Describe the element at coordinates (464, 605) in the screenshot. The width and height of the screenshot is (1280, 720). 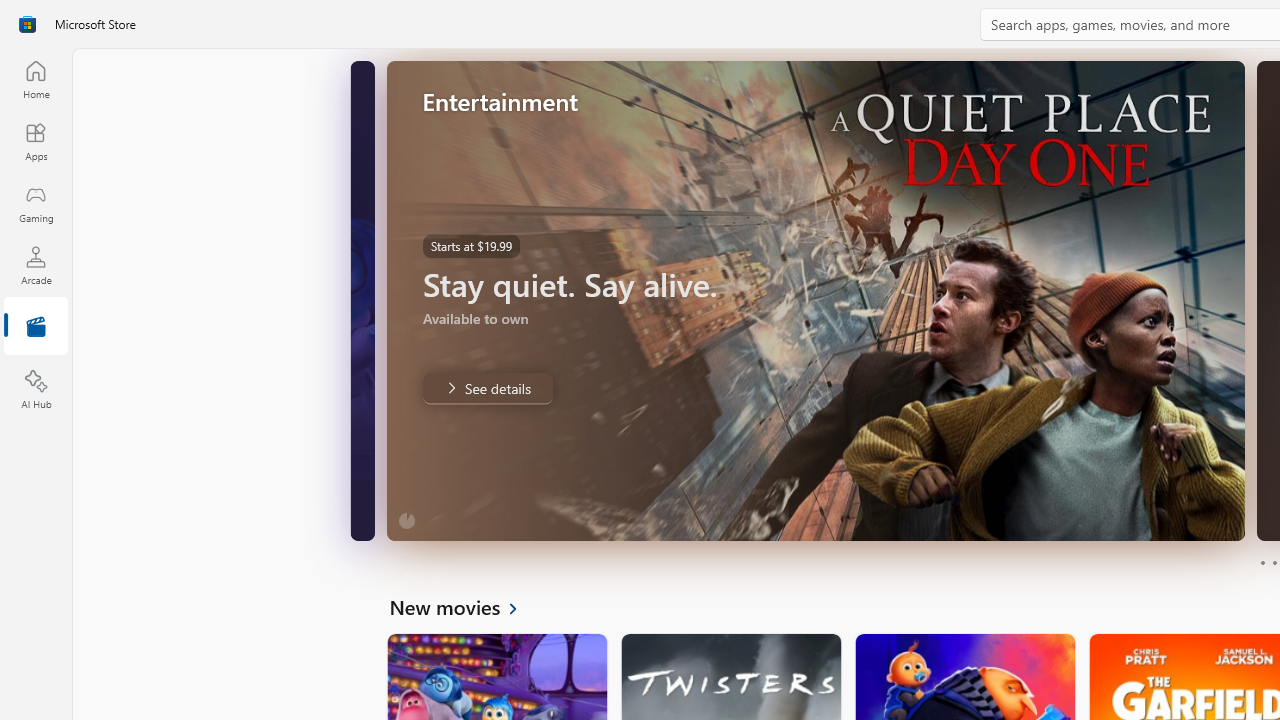
I see `'See all  New movies'` at that location.